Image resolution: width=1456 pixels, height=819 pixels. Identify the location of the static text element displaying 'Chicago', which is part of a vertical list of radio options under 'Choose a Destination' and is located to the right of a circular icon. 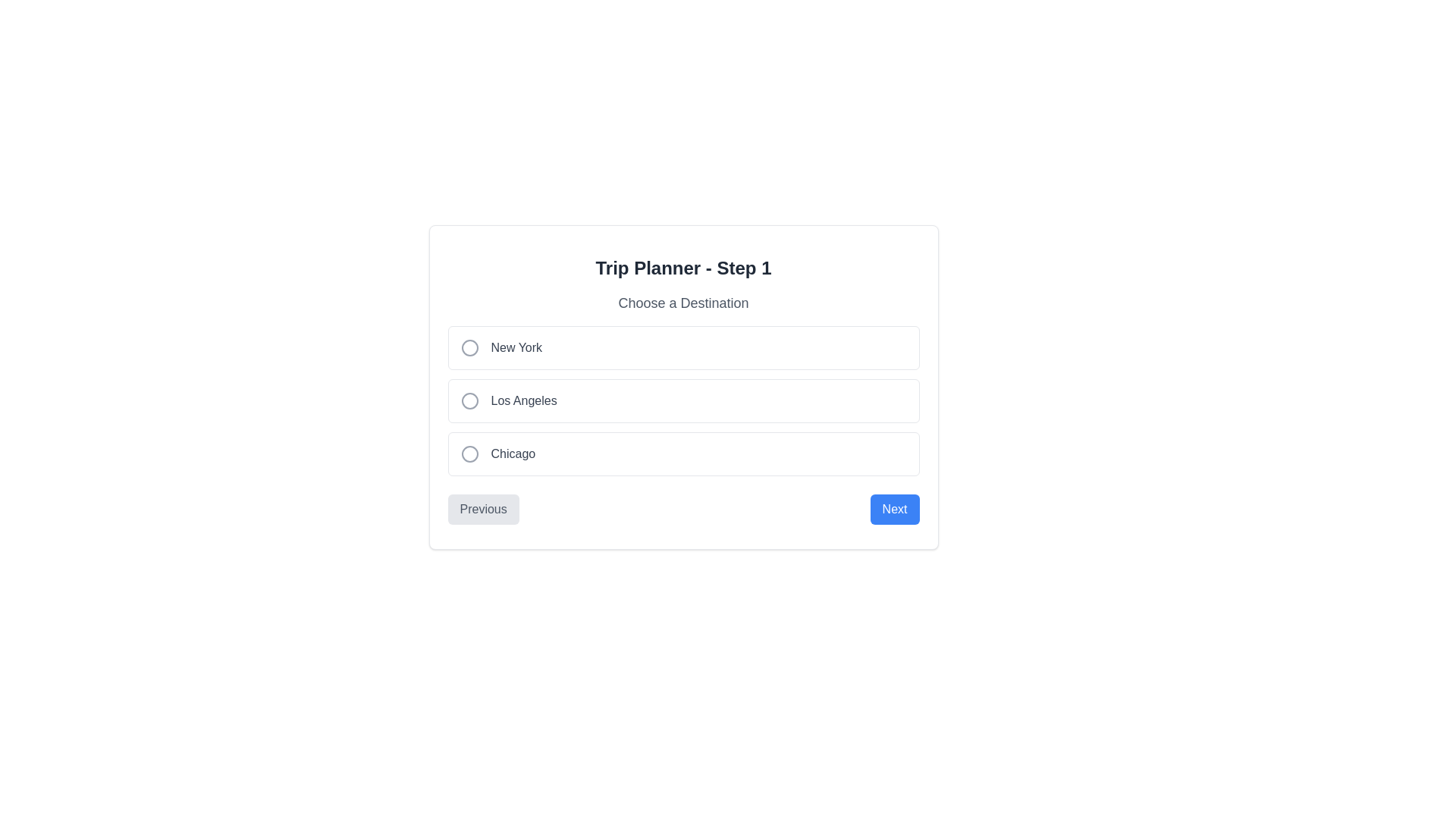
(513, 453).